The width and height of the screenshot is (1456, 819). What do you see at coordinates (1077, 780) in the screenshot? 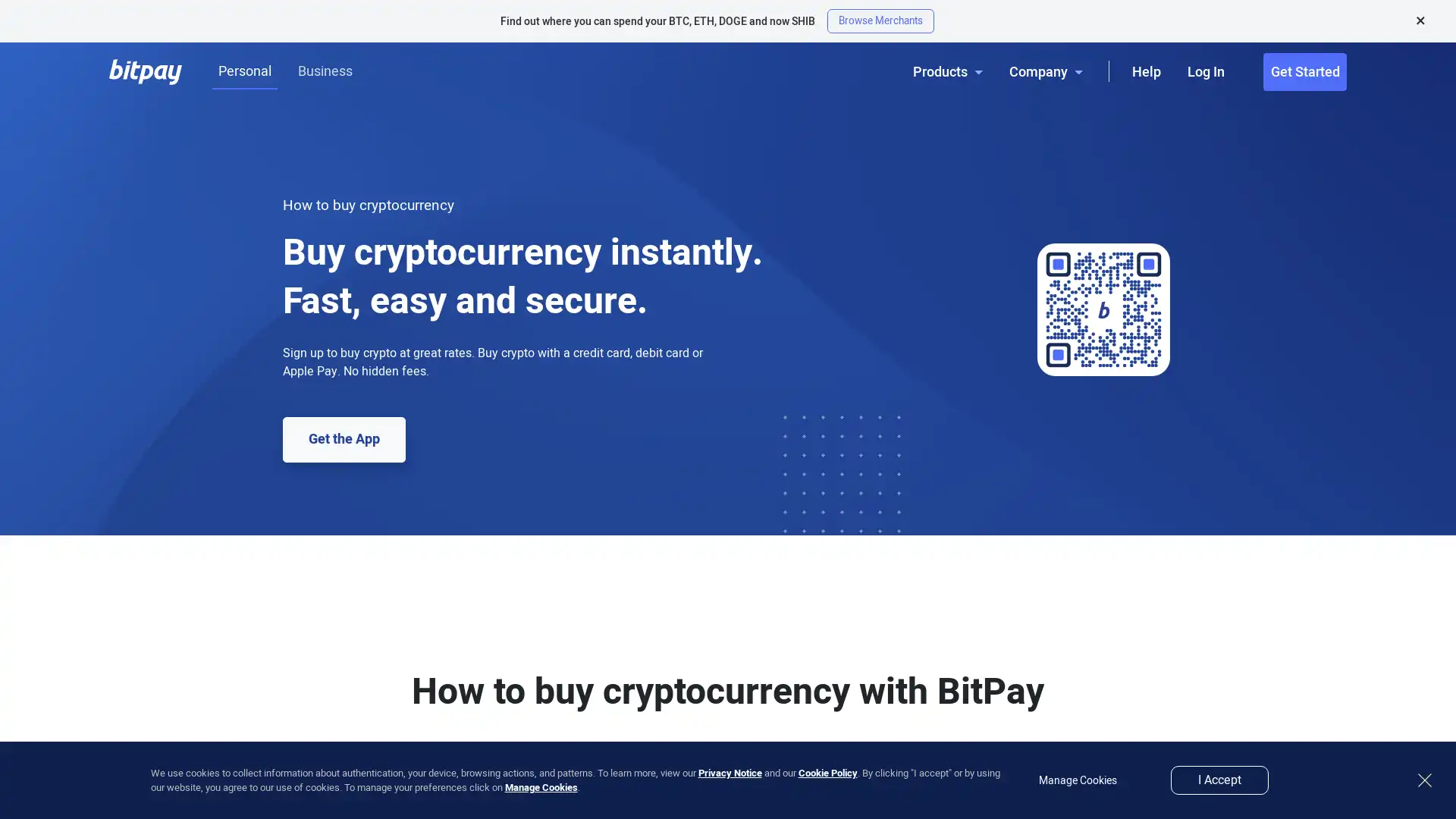
I see `Manage Cookies` at bounding box center [1077, 780].